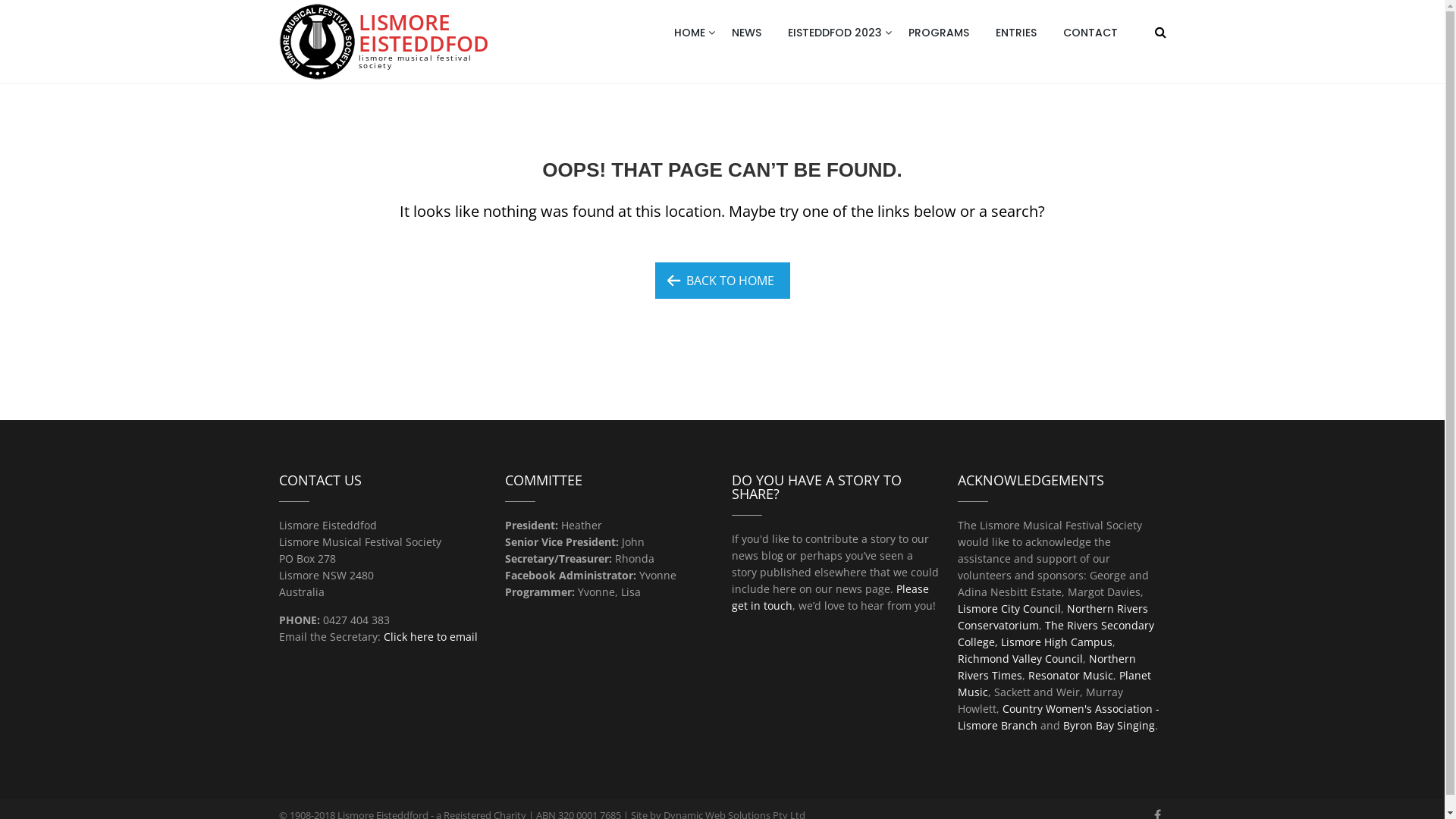 This screenshot has width=1456, height=819. Describe the element at coordinates (829, 596) in the screenshot. I see `'Please get in touch'` at that location.